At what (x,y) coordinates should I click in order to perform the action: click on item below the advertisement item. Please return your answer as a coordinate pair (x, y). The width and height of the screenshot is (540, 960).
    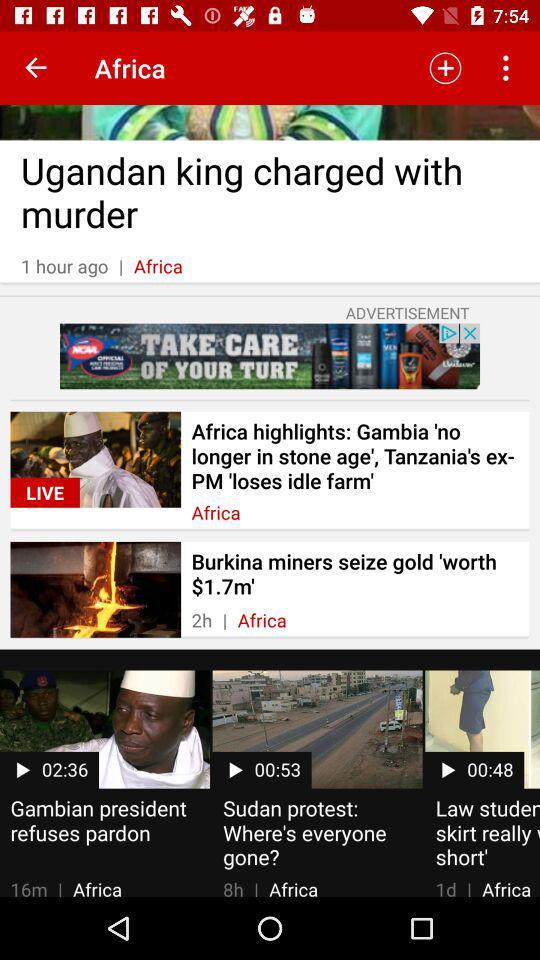
    Looking at the image, I should click on (270, 356).